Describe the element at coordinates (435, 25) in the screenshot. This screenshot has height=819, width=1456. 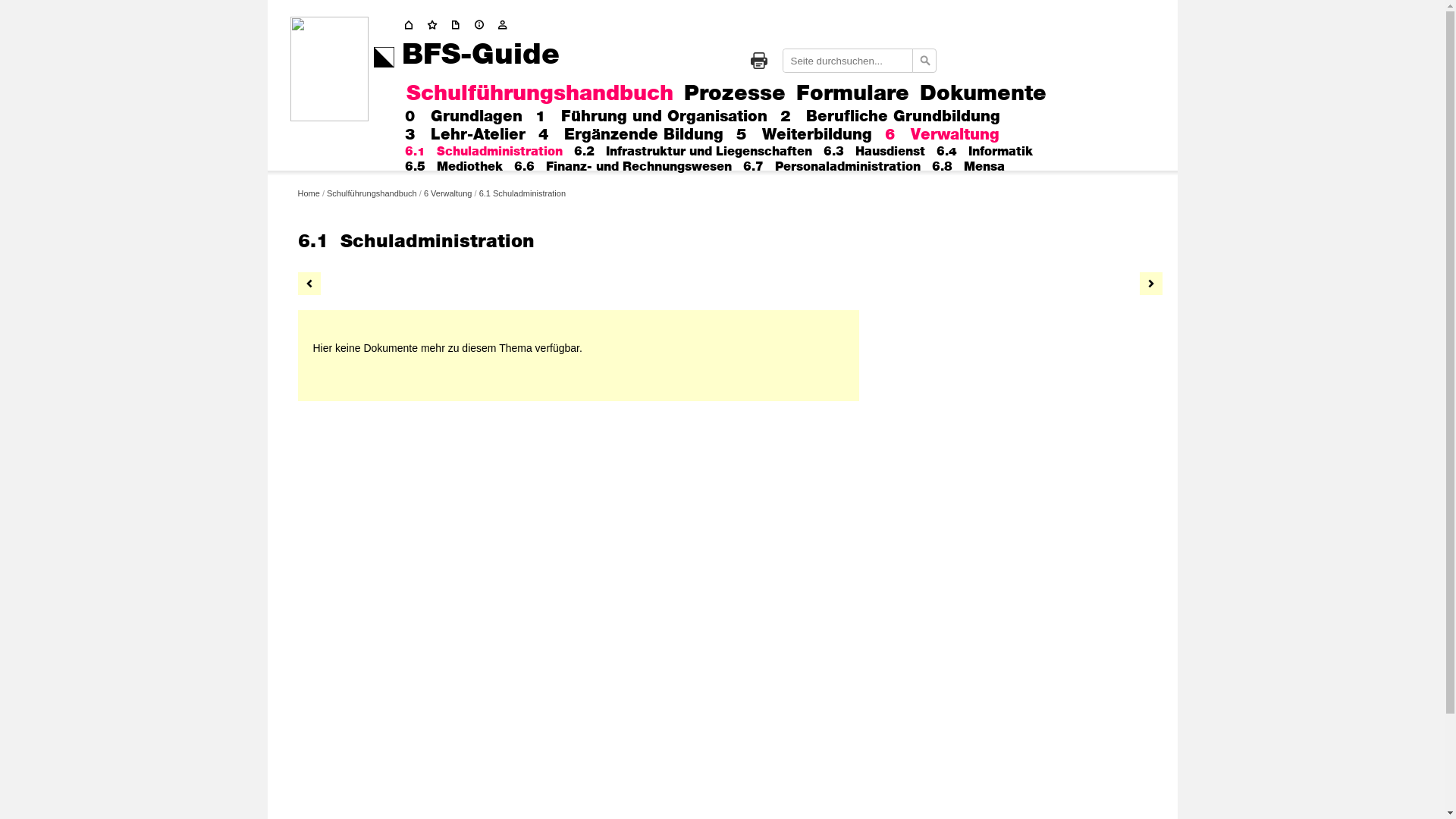
I see `'Start'` at that location.